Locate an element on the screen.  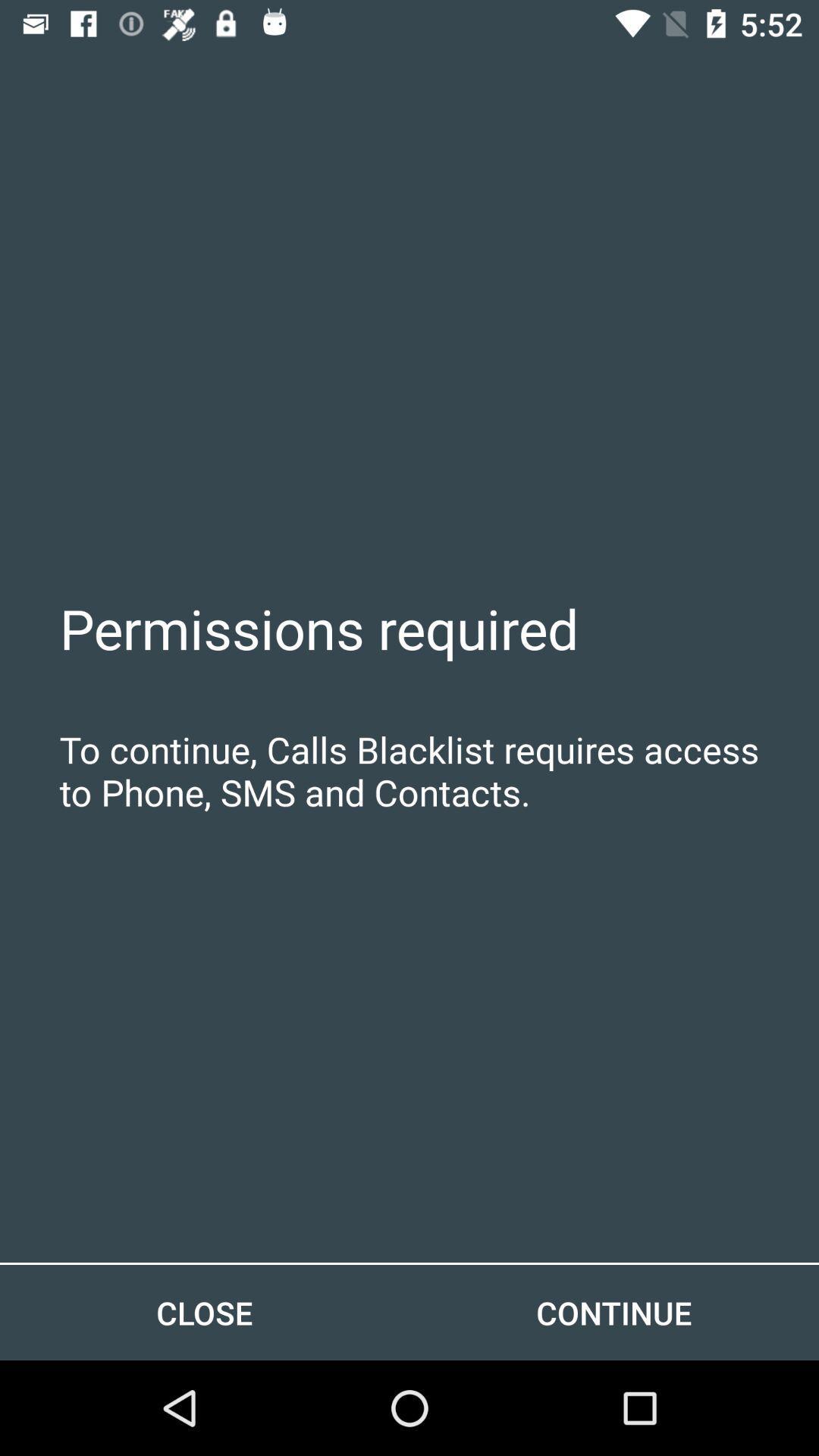
the item next to continue item is located at coordinates (205, 1312).